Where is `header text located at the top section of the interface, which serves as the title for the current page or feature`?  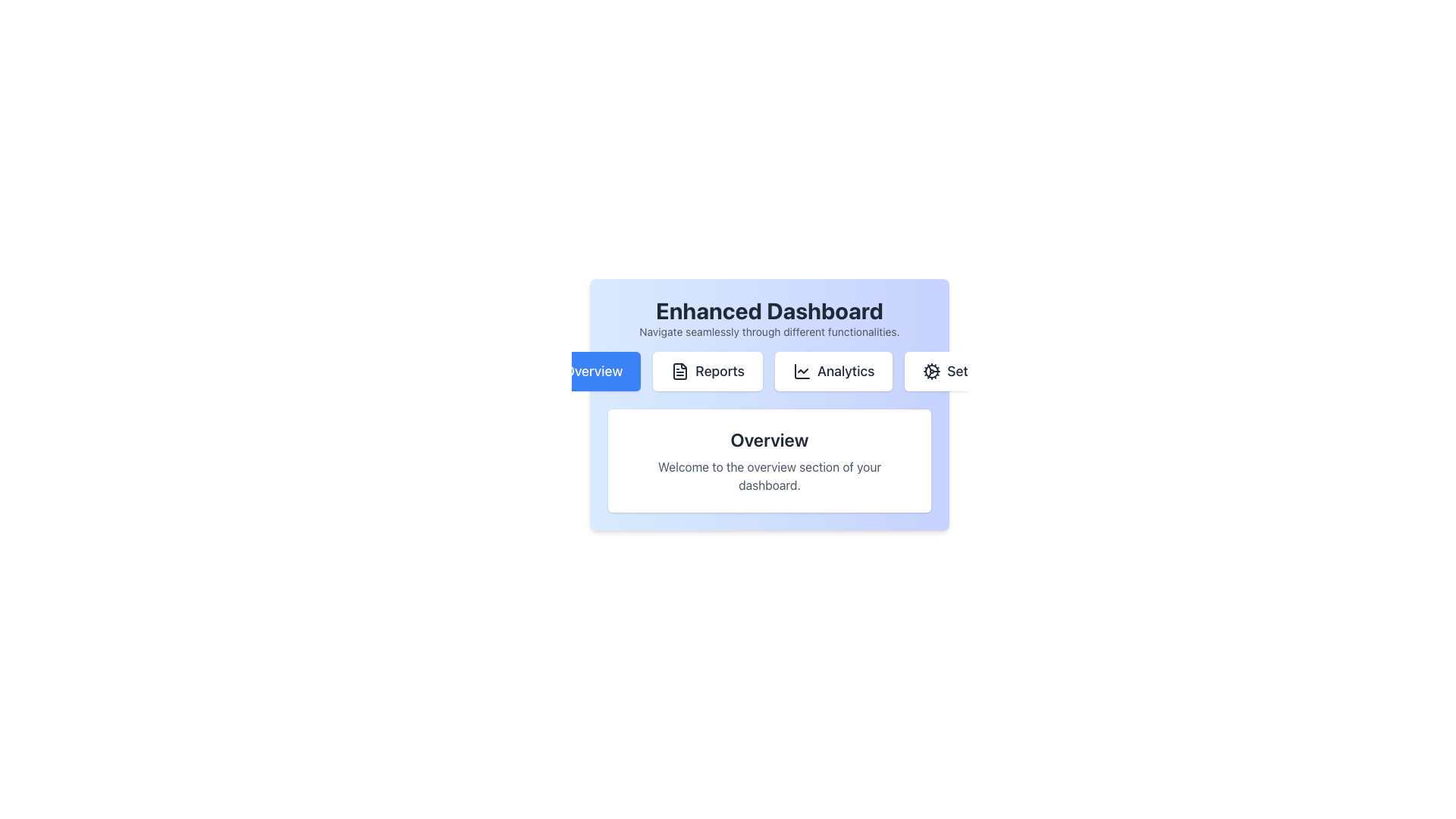 header text located at the top section of the interface, which serves as the title for the current page or feature is located at coordinates (769, 309).